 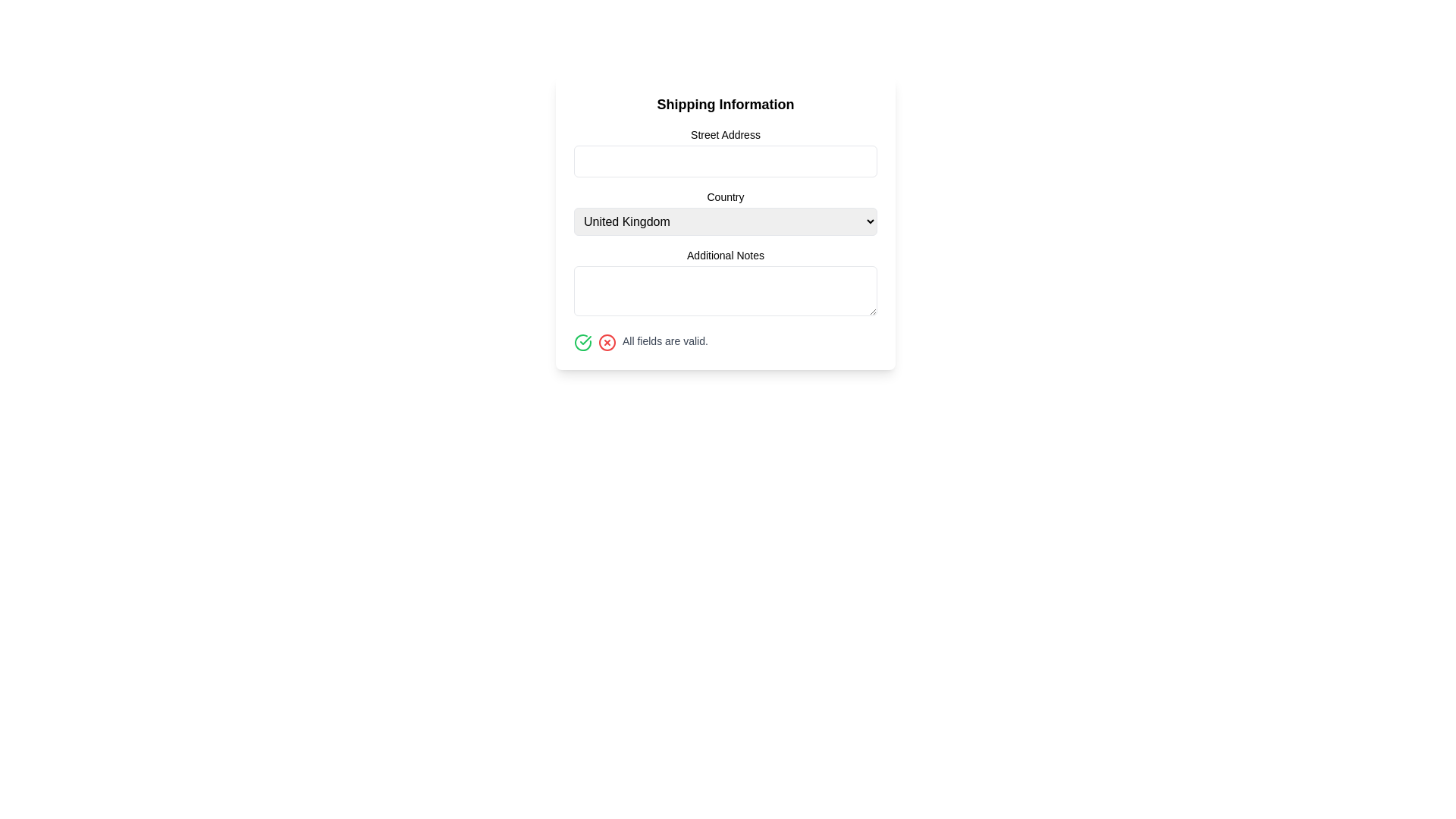 I want to click on the SVG circle element that signifies an error state, located next to the text 'All fields are valid.', so click(x=607, y=342).